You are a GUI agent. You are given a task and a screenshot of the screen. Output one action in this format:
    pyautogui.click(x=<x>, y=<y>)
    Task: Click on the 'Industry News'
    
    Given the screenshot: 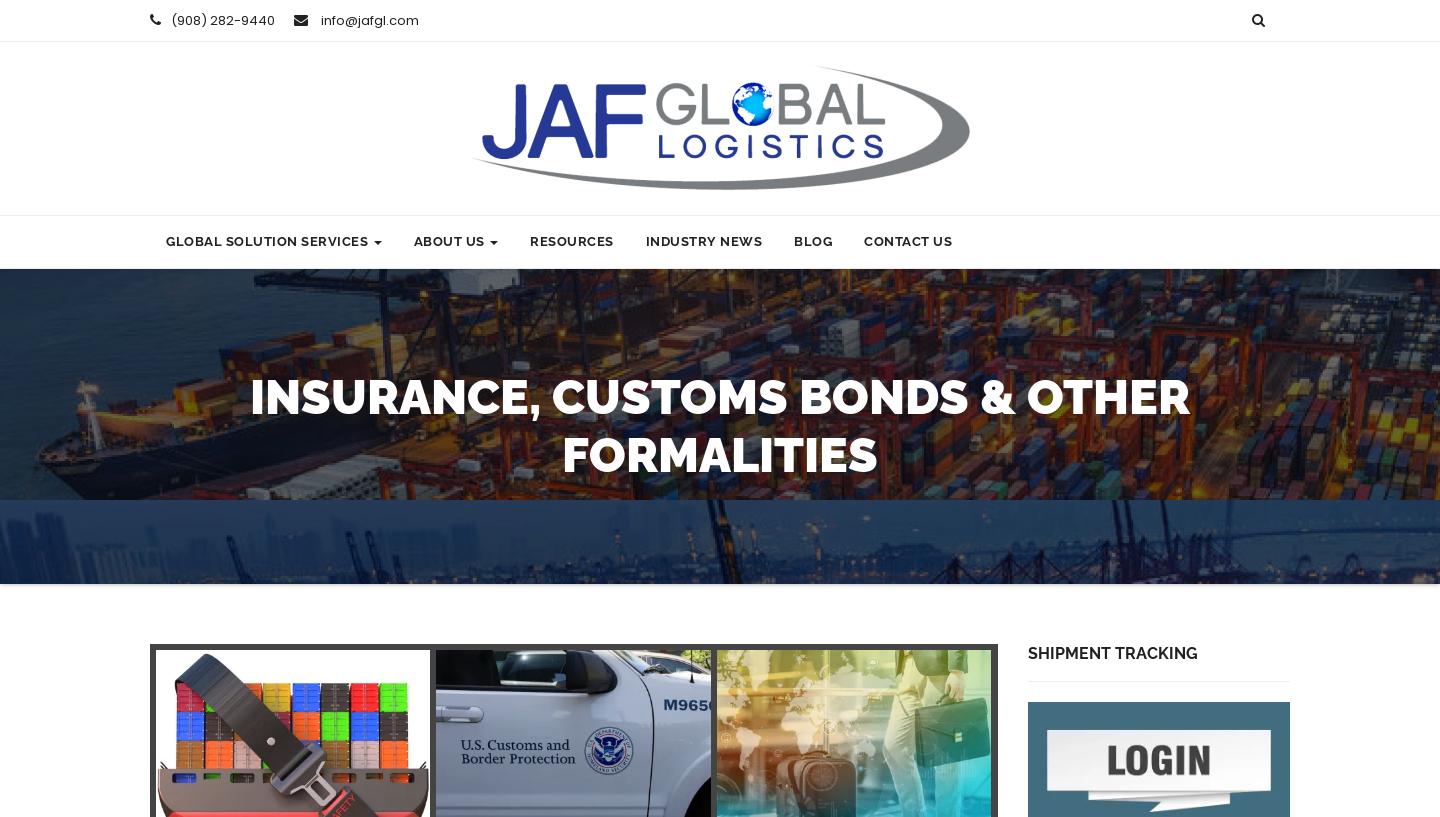 What is the action you would take?
    pyautogui.click(x=703, y=240)
    